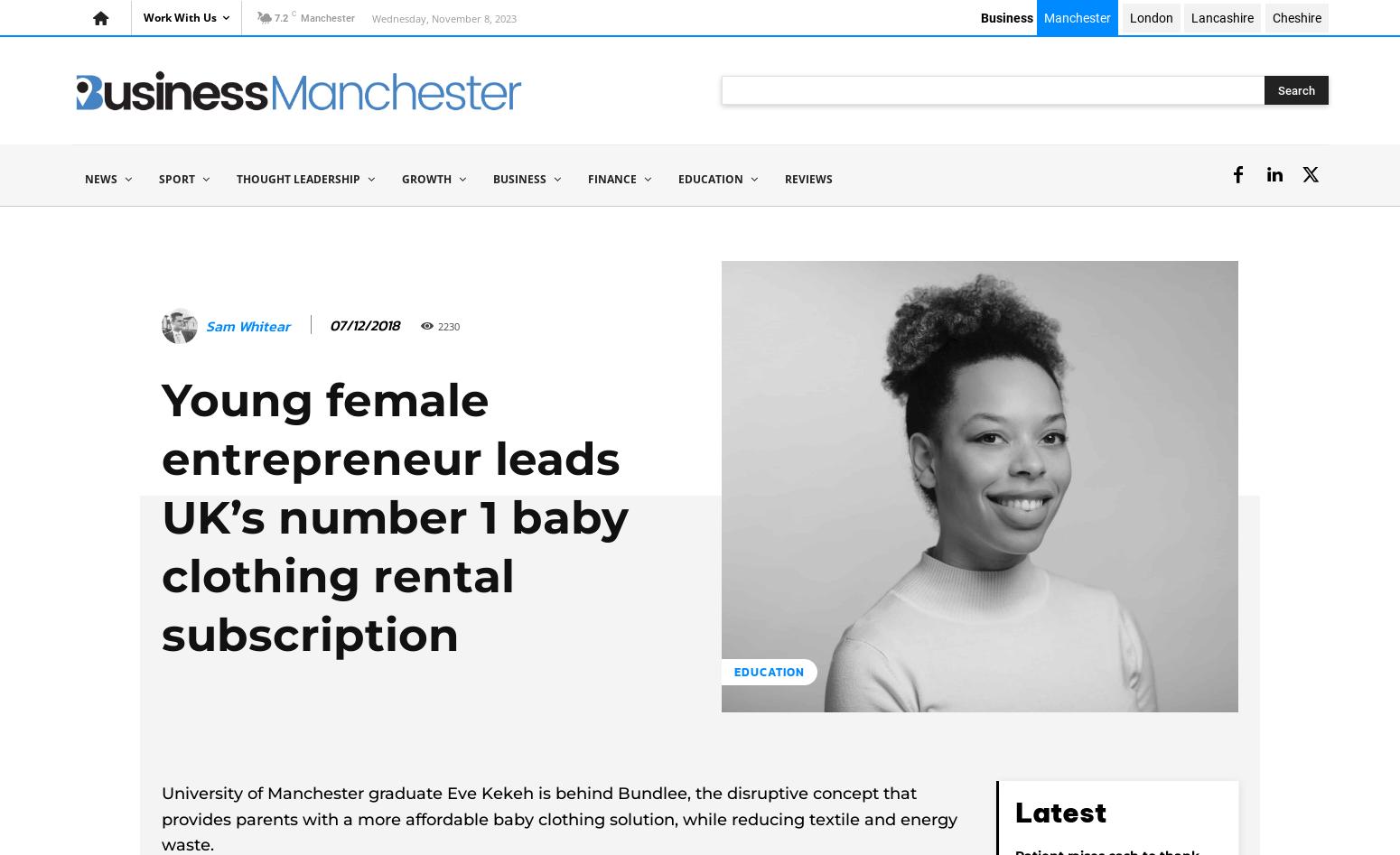 This screenshot has height=855, width=1400. What do you see at coordinates (611, 178) in the screenshot?
I see `'Finance'` at bounding box center [611, 178].